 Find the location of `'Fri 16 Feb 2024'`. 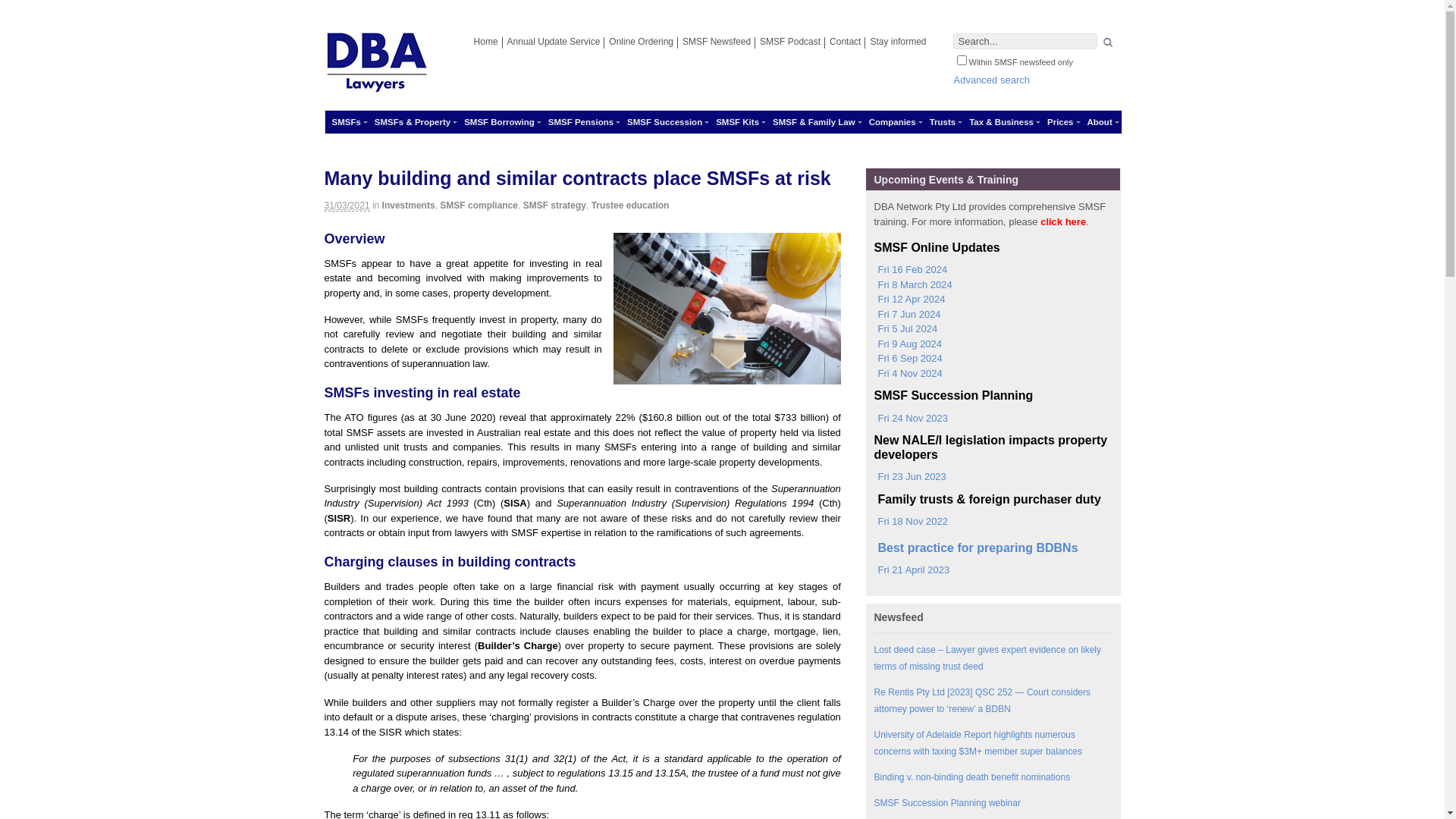

'Fri 16 Feb 2024' is located at coordinates (910, 268).